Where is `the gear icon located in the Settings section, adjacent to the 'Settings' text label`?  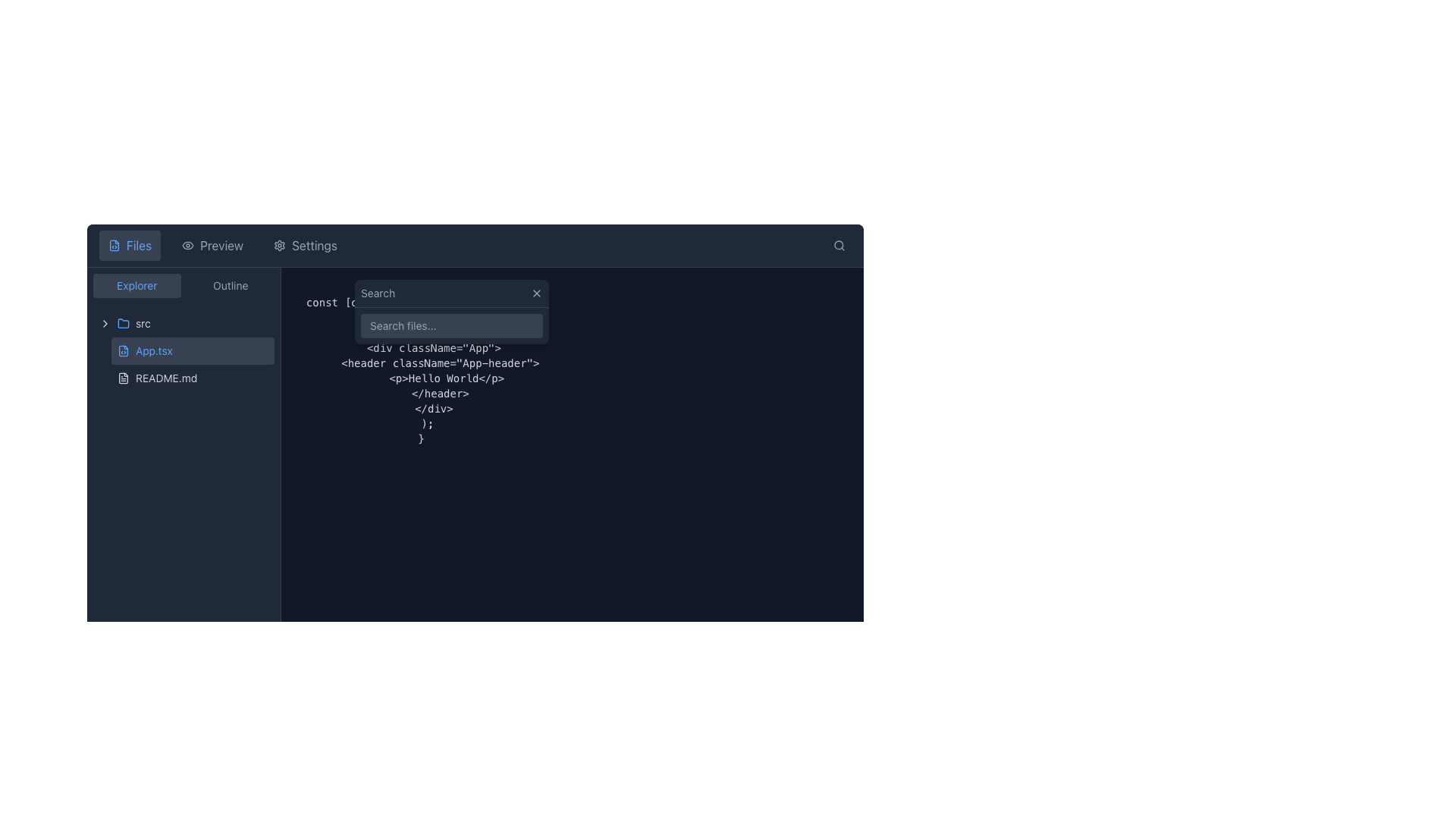
the gear icon located in the Settings section, adjacent to the 'Settings' text label is located at coordinates (280, 245).